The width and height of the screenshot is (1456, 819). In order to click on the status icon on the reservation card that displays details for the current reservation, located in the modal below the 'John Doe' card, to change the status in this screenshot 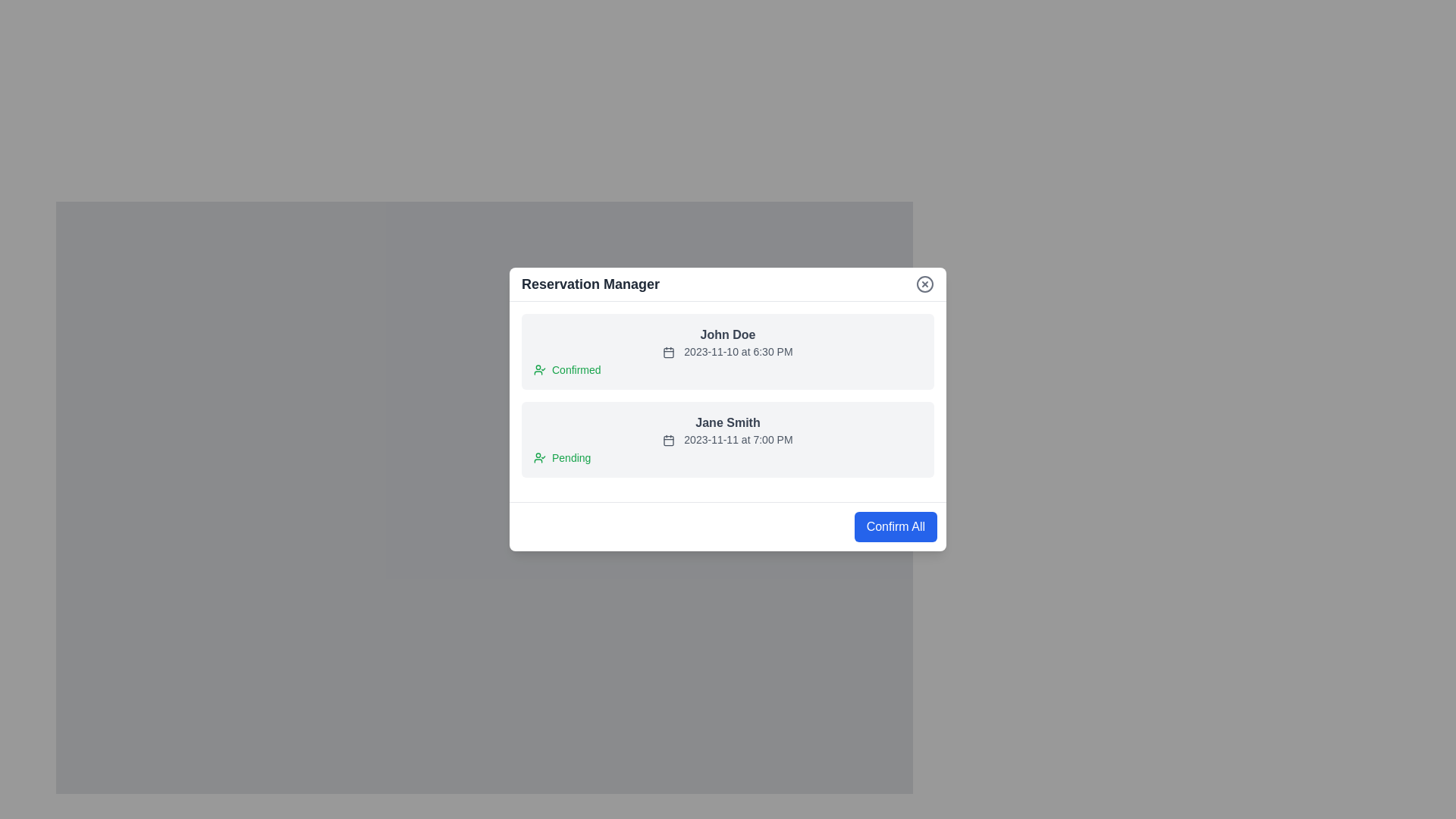, I will do `click(728, 409)`.